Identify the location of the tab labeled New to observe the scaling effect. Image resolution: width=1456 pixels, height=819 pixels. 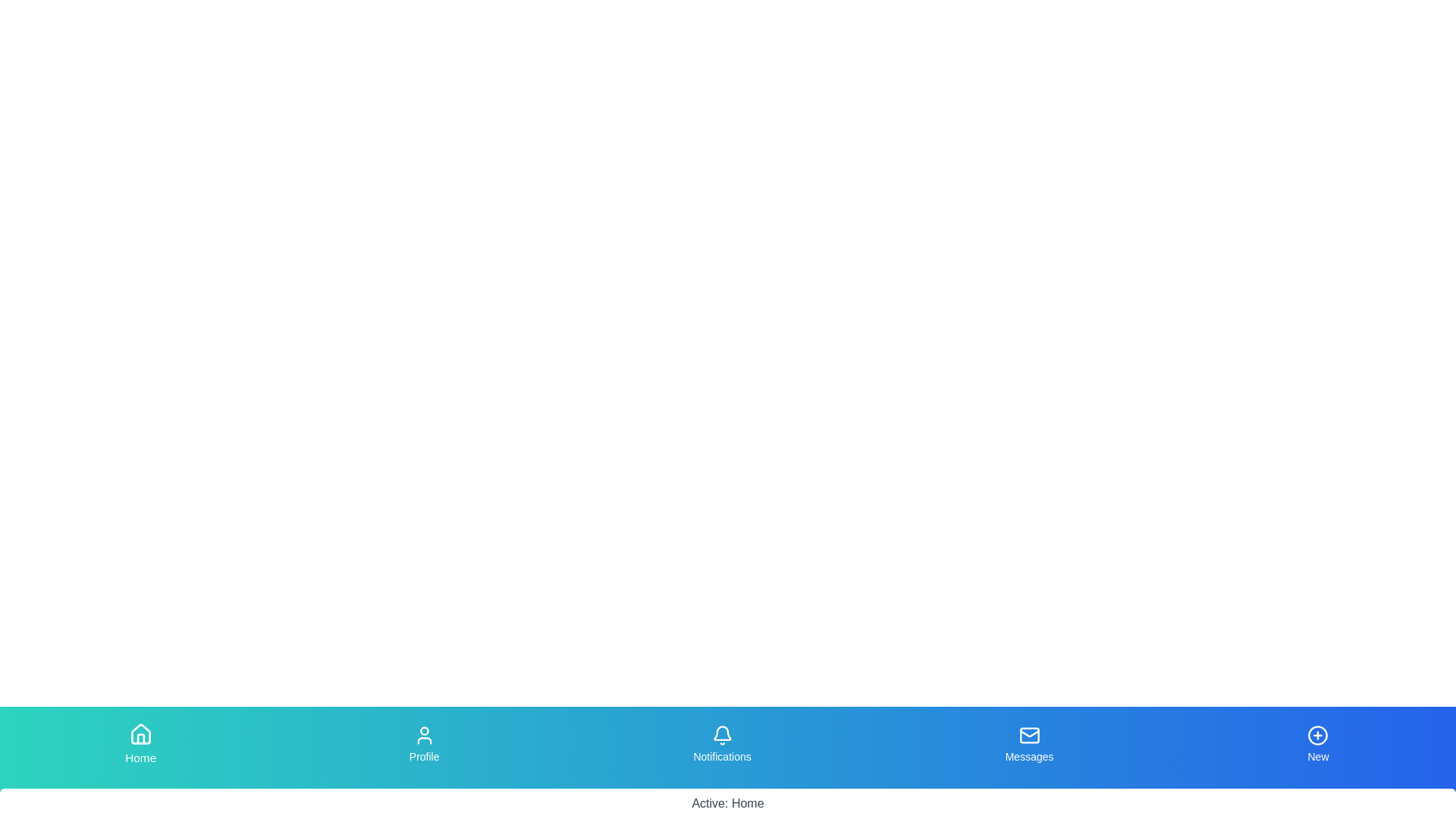
(1316, 744).